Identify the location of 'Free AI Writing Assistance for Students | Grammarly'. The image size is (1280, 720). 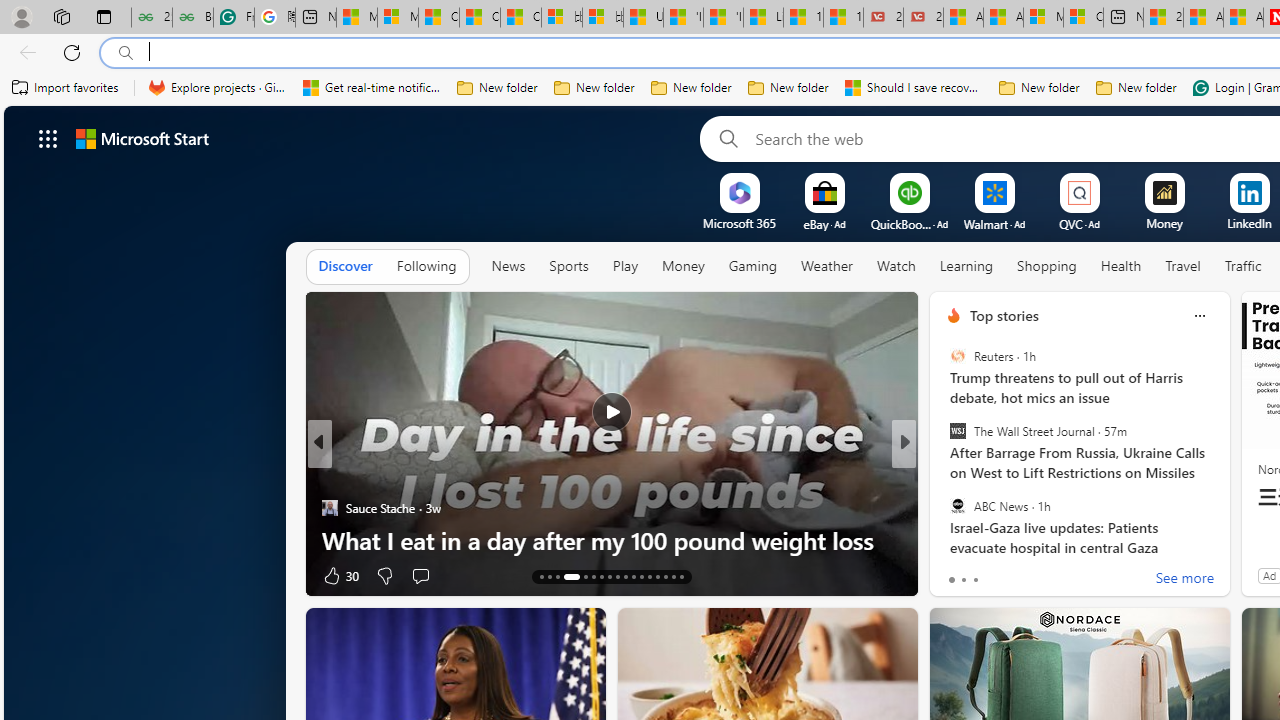
(233, 17).